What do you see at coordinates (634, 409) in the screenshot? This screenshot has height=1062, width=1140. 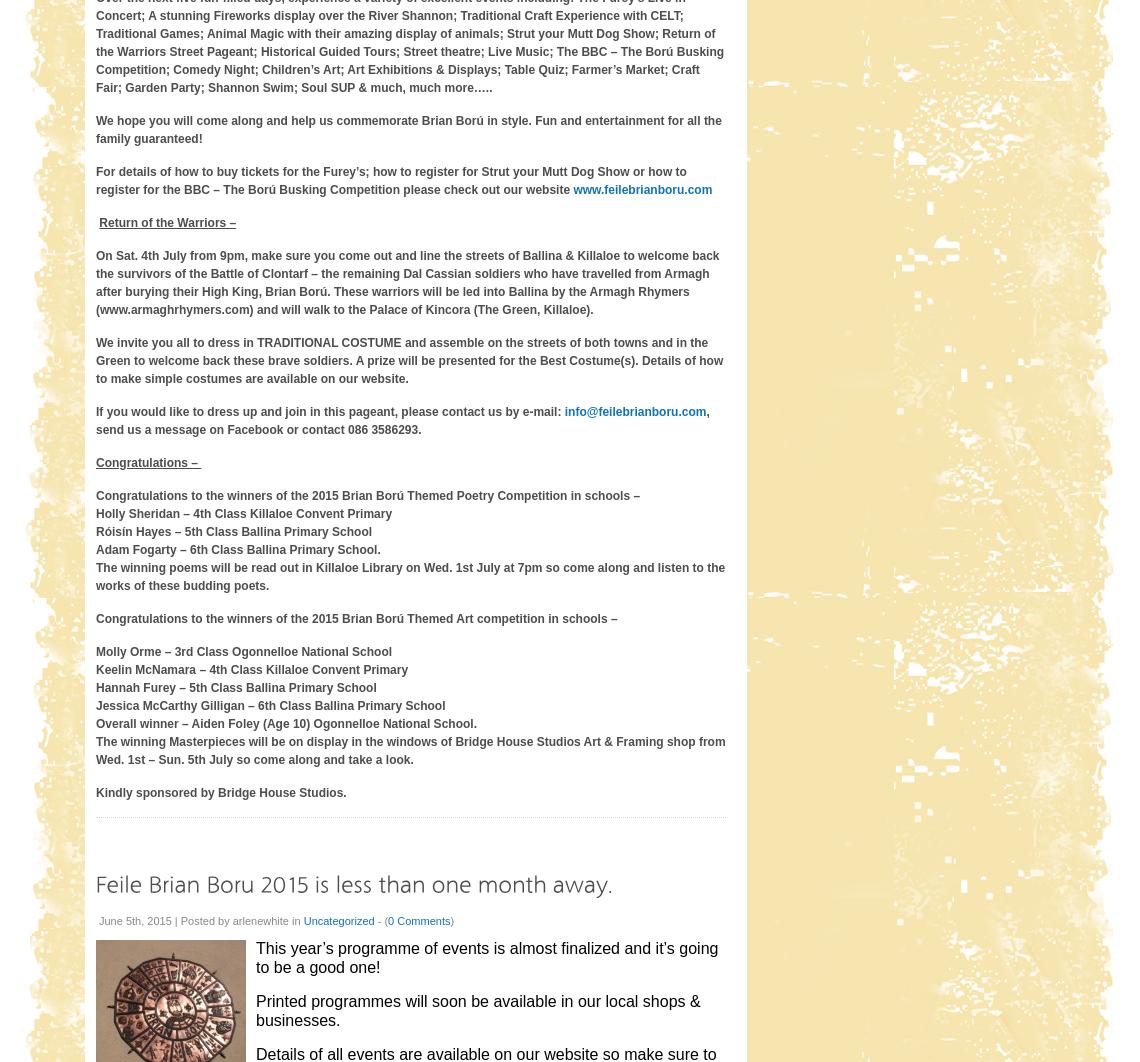 I see `'info@feilebrianboru.com'` at bounding box center [634, 409].